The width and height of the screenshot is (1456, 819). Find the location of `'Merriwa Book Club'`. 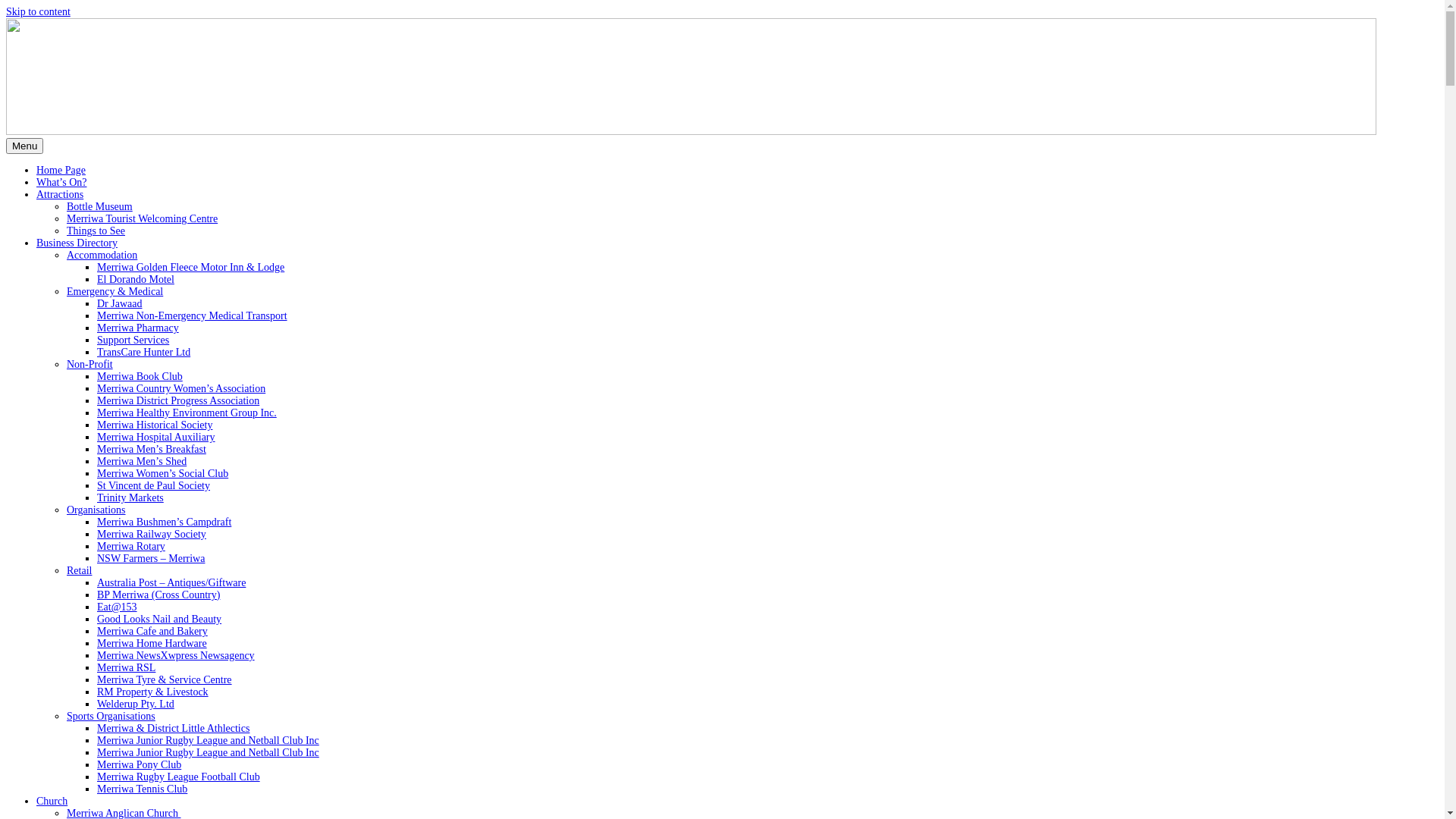

'Merriwa Book Club' is located at coordinates (140, 375).